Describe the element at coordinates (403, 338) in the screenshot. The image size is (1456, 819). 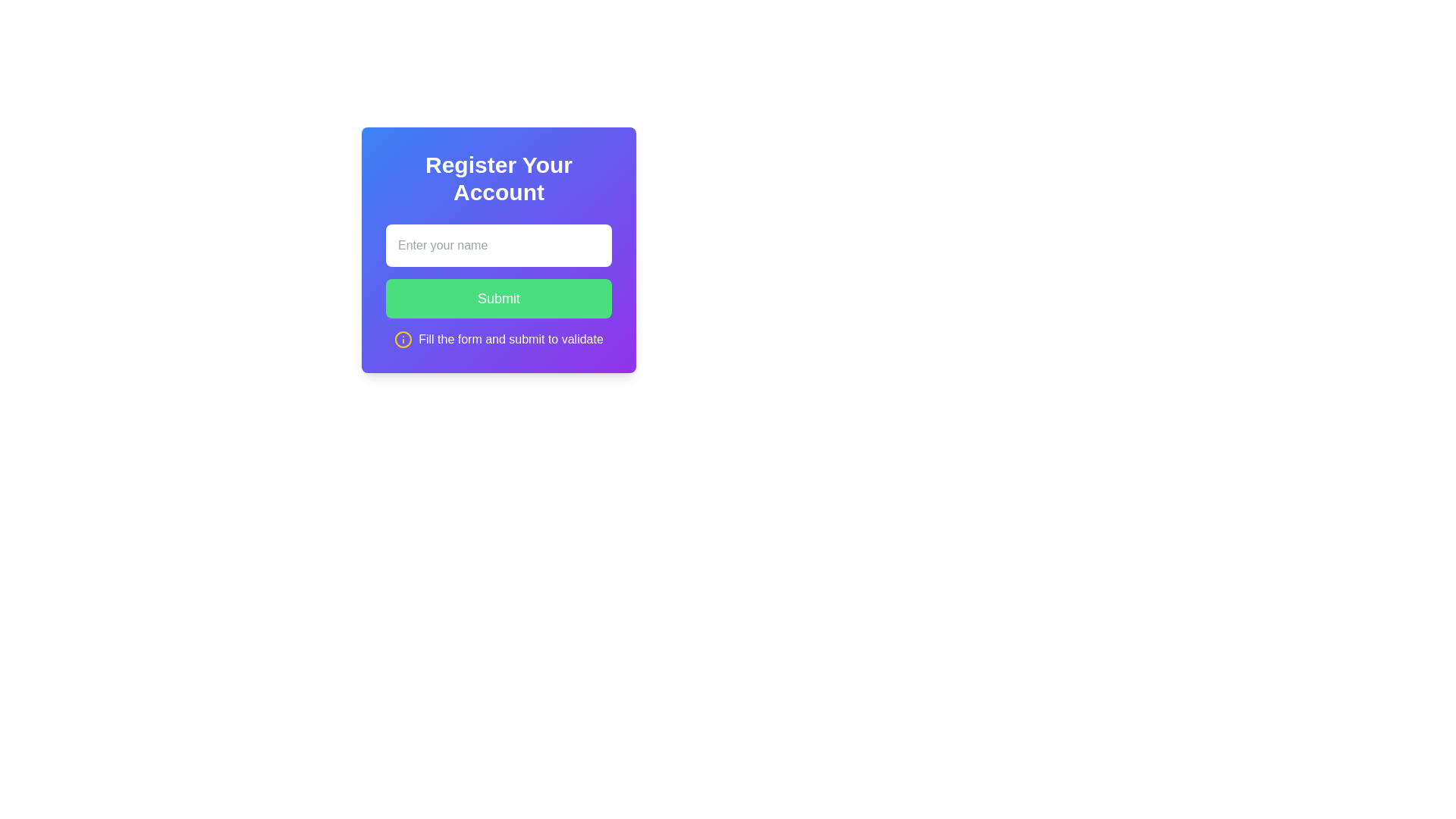
I see `the Circle element in the vector graphic, which is part of an icon located to the left of the text label 'Fill the form and submit to validate' at the bottom of the registration form` at that location.